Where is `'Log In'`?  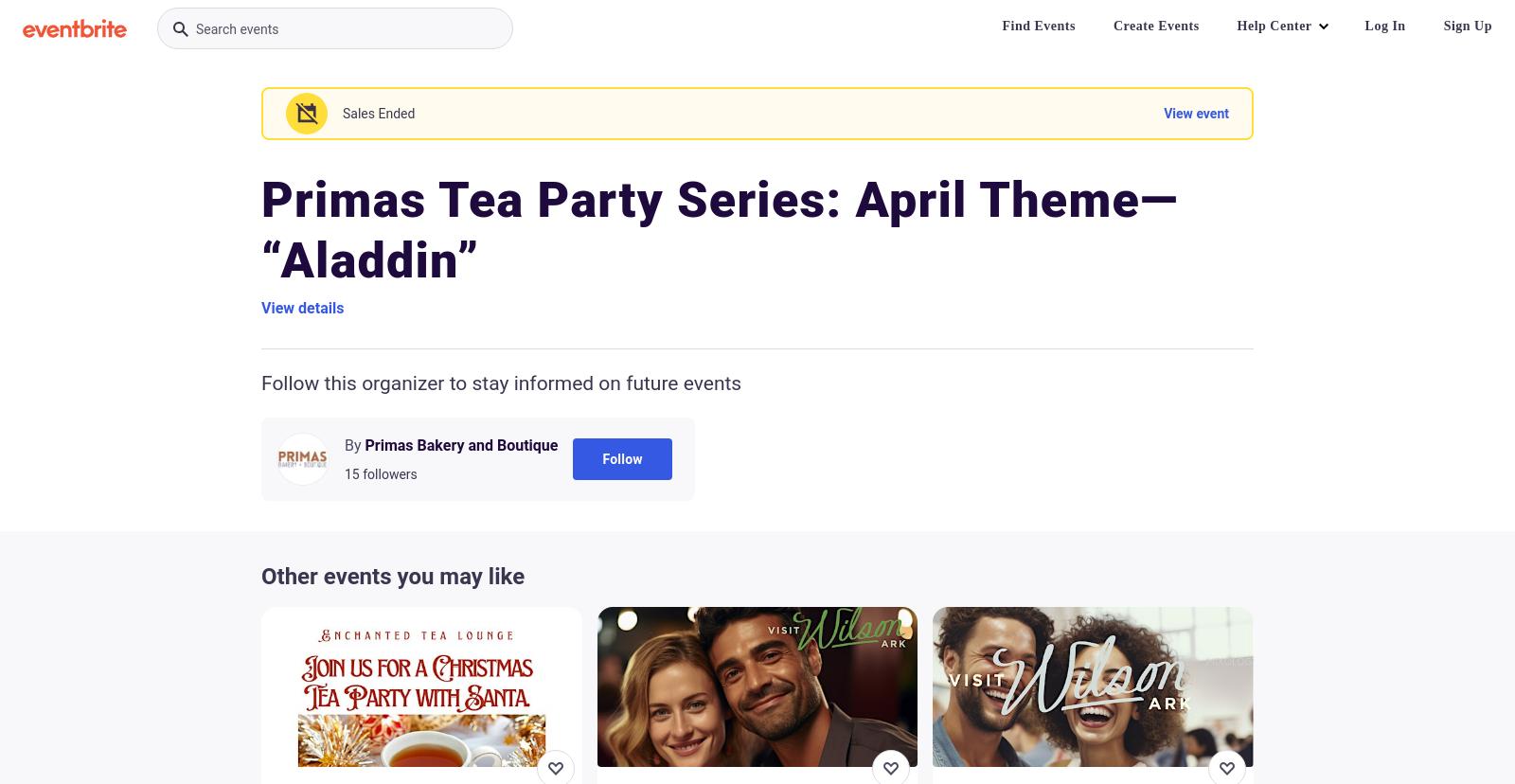
'Log In' is located at coordinates (1384, 26).